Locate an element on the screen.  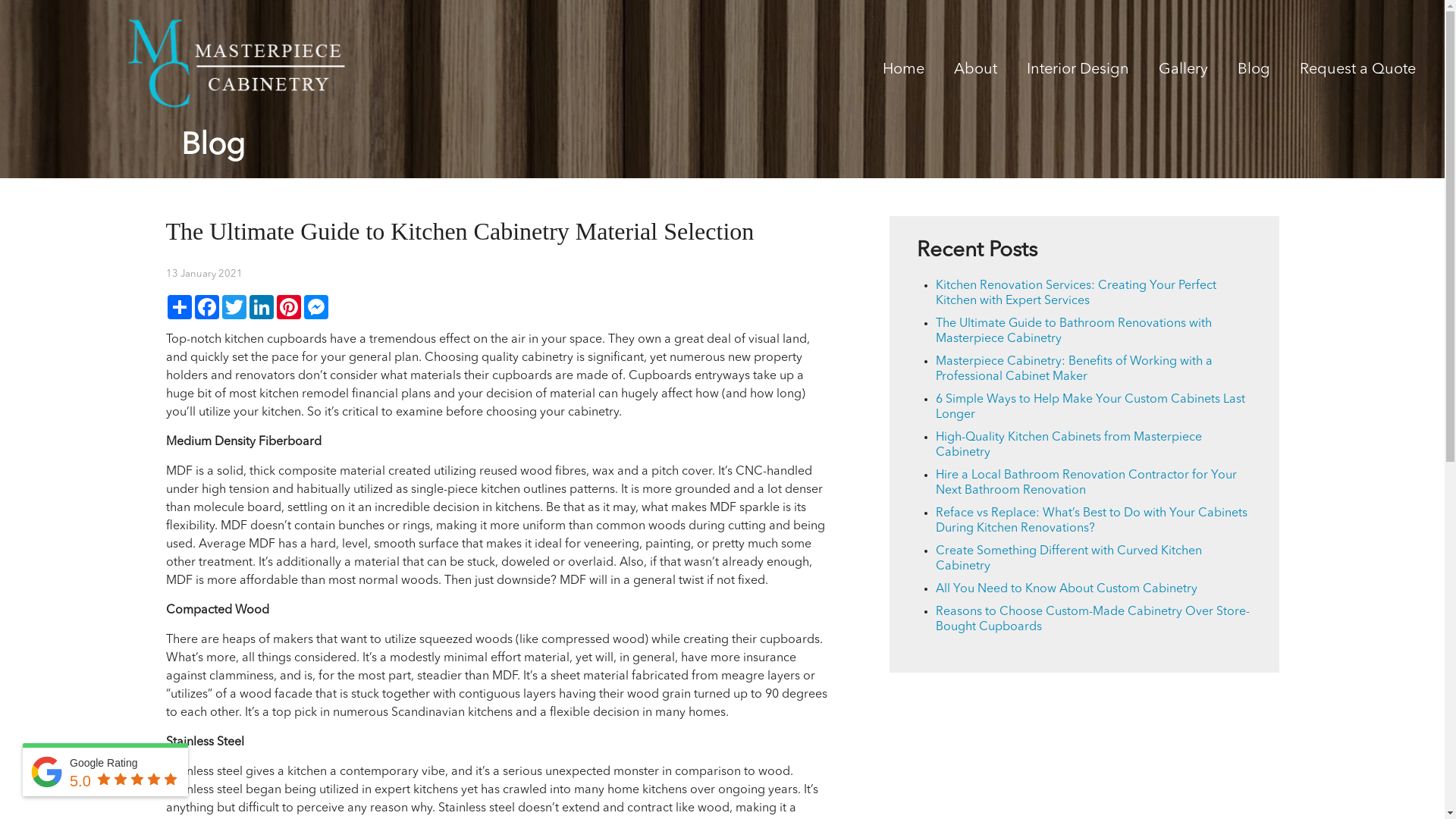
'Interior Design' is located at coordinates (1077, 72).